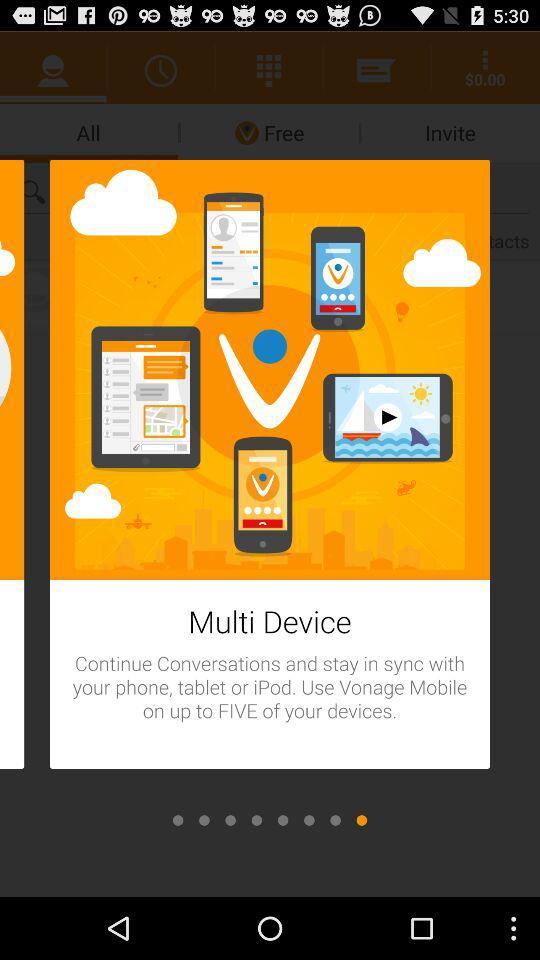  Describe the element at coordinates (309, 820) in the screenshot. I see `go back` at that location.